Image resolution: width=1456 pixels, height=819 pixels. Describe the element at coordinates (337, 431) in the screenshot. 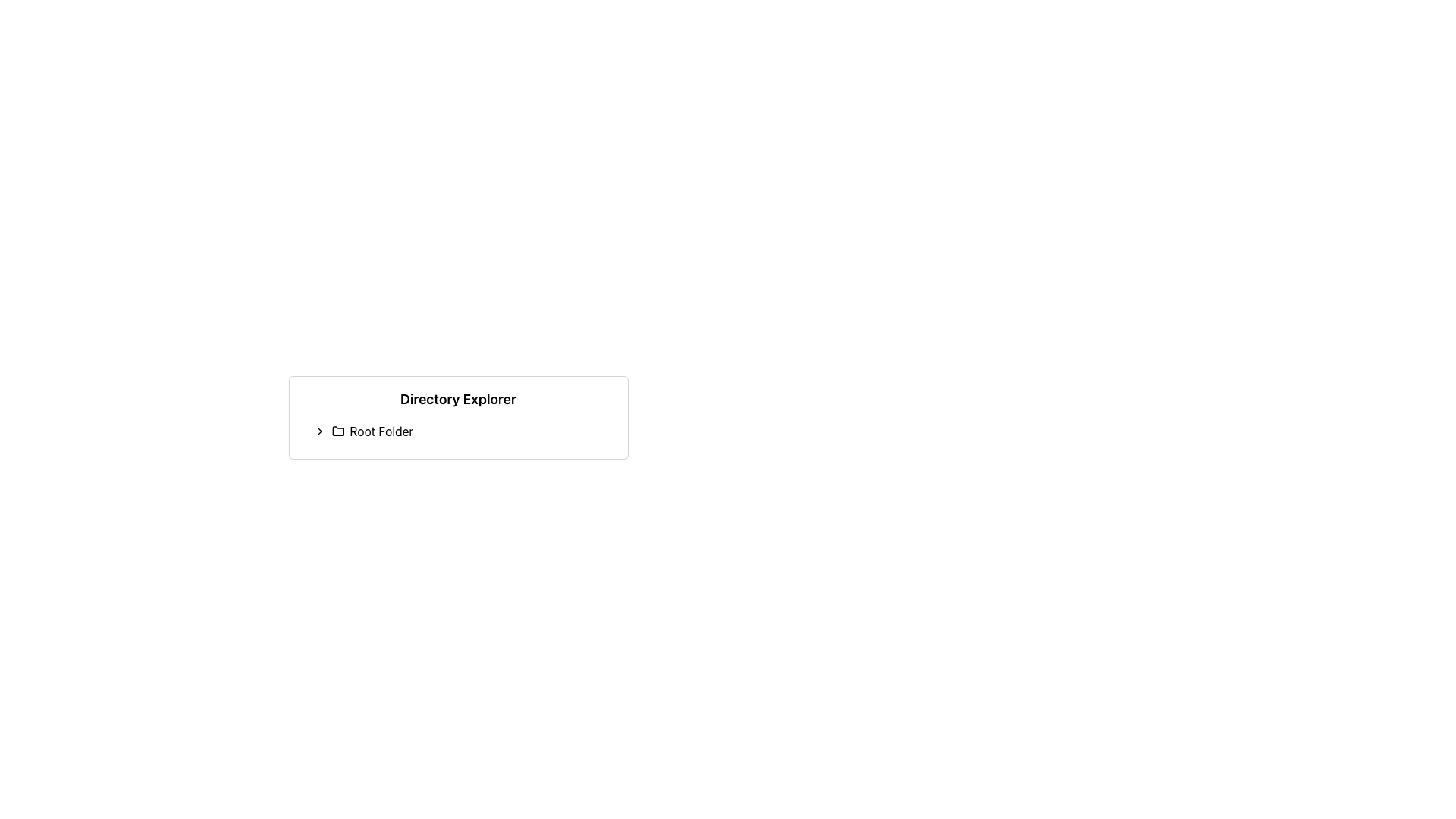

I see `the appearance of the folder icon located to the left of the text 'Root Folder' in the directory structure` at that location.